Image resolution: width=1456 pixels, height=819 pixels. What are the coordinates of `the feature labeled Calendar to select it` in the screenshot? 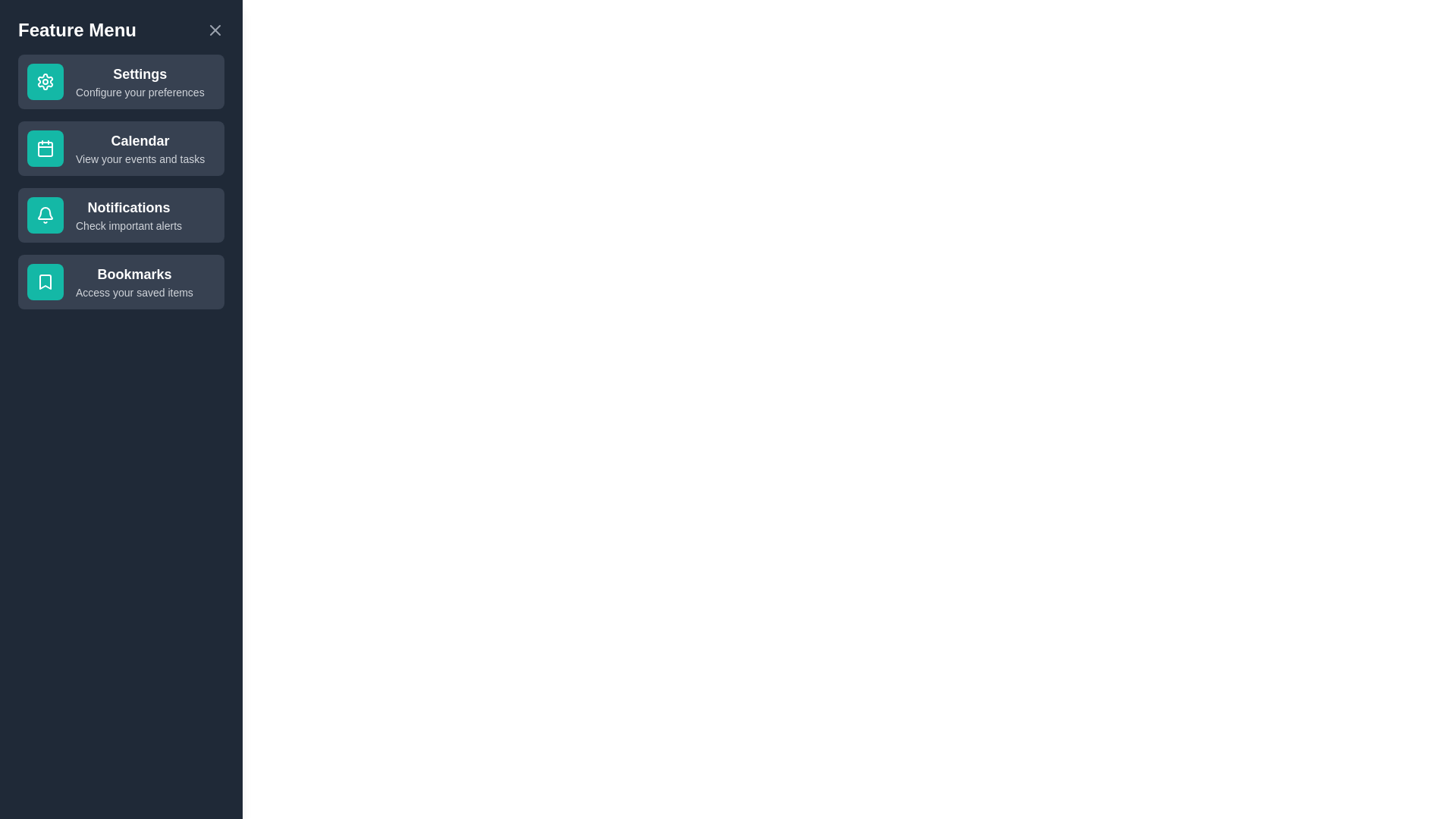 It's located at (120, 149).